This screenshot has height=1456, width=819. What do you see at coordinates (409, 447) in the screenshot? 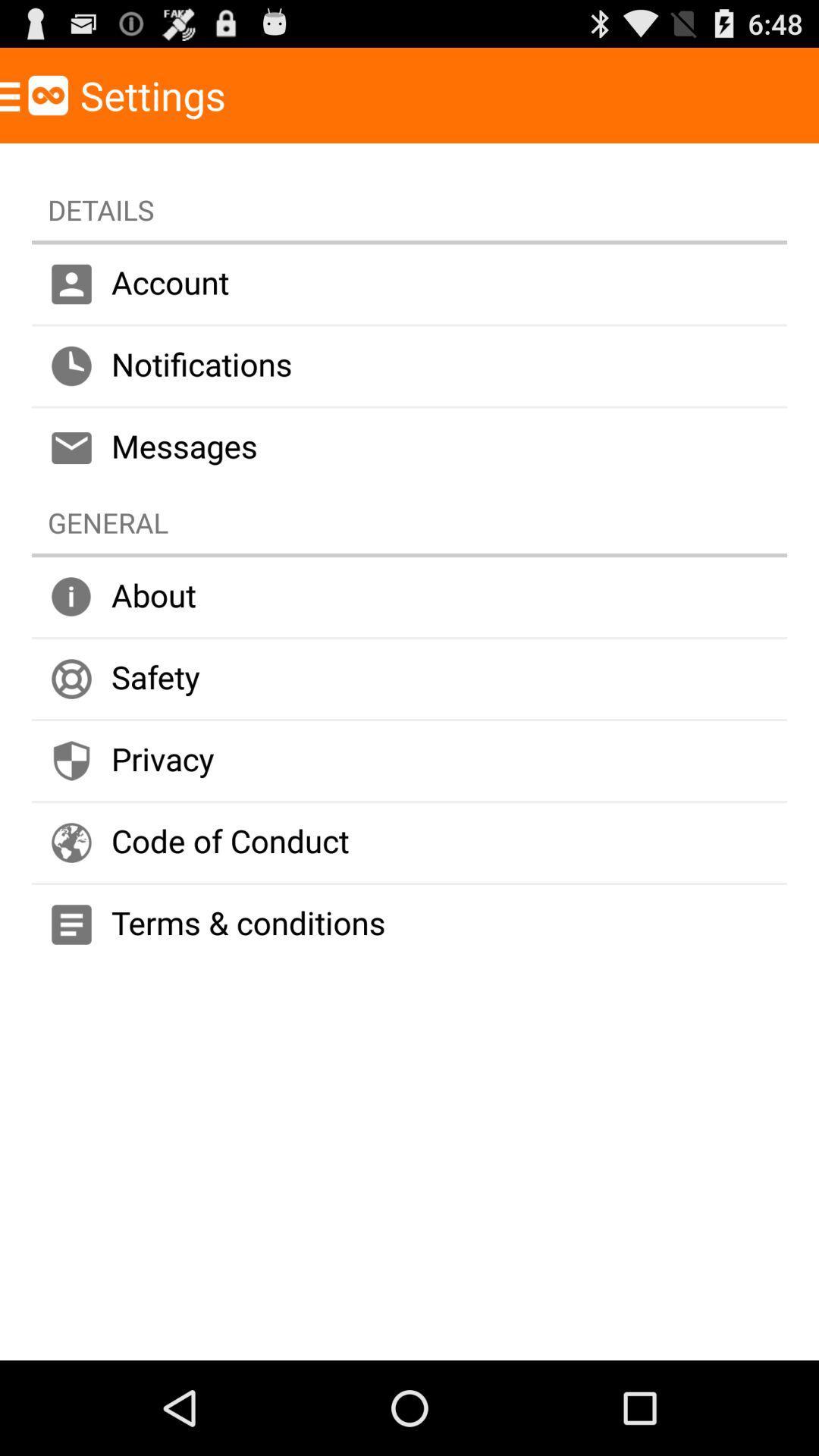
I see `messages item` at bounding box center [409, 447].